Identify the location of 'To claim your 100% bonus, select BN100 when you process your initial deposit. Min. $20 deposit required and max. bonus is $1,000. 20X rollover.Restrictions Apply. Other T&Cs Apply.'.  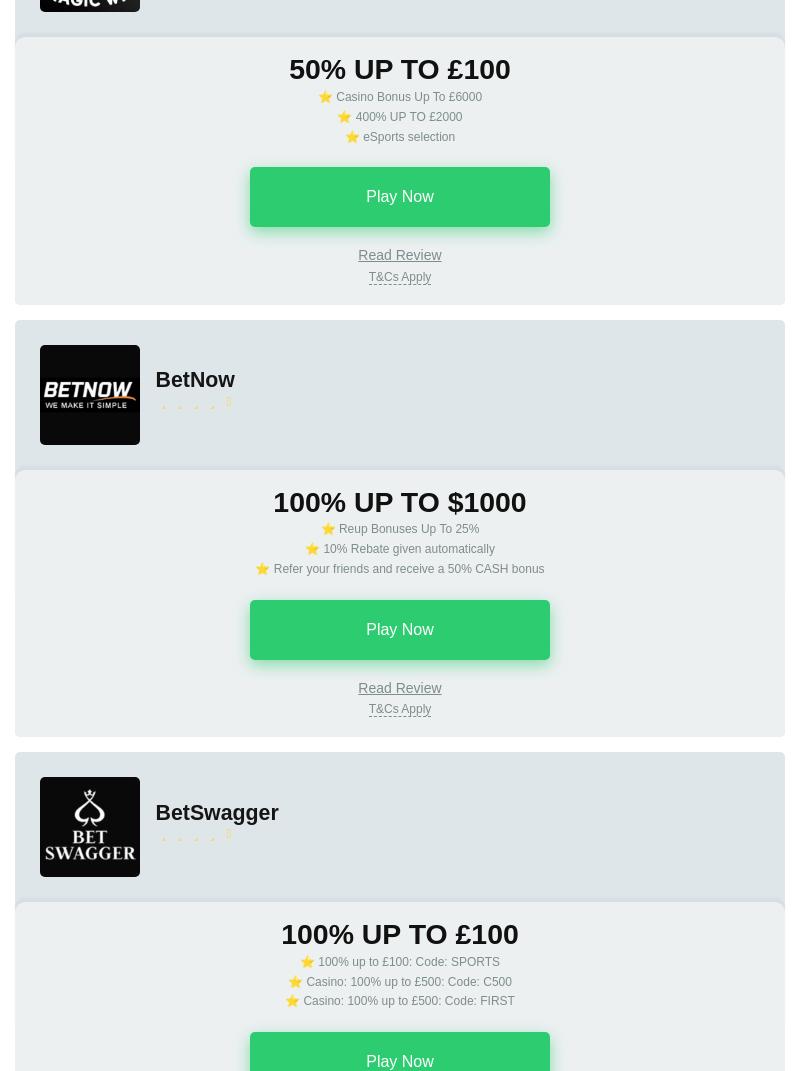
(398, 779).